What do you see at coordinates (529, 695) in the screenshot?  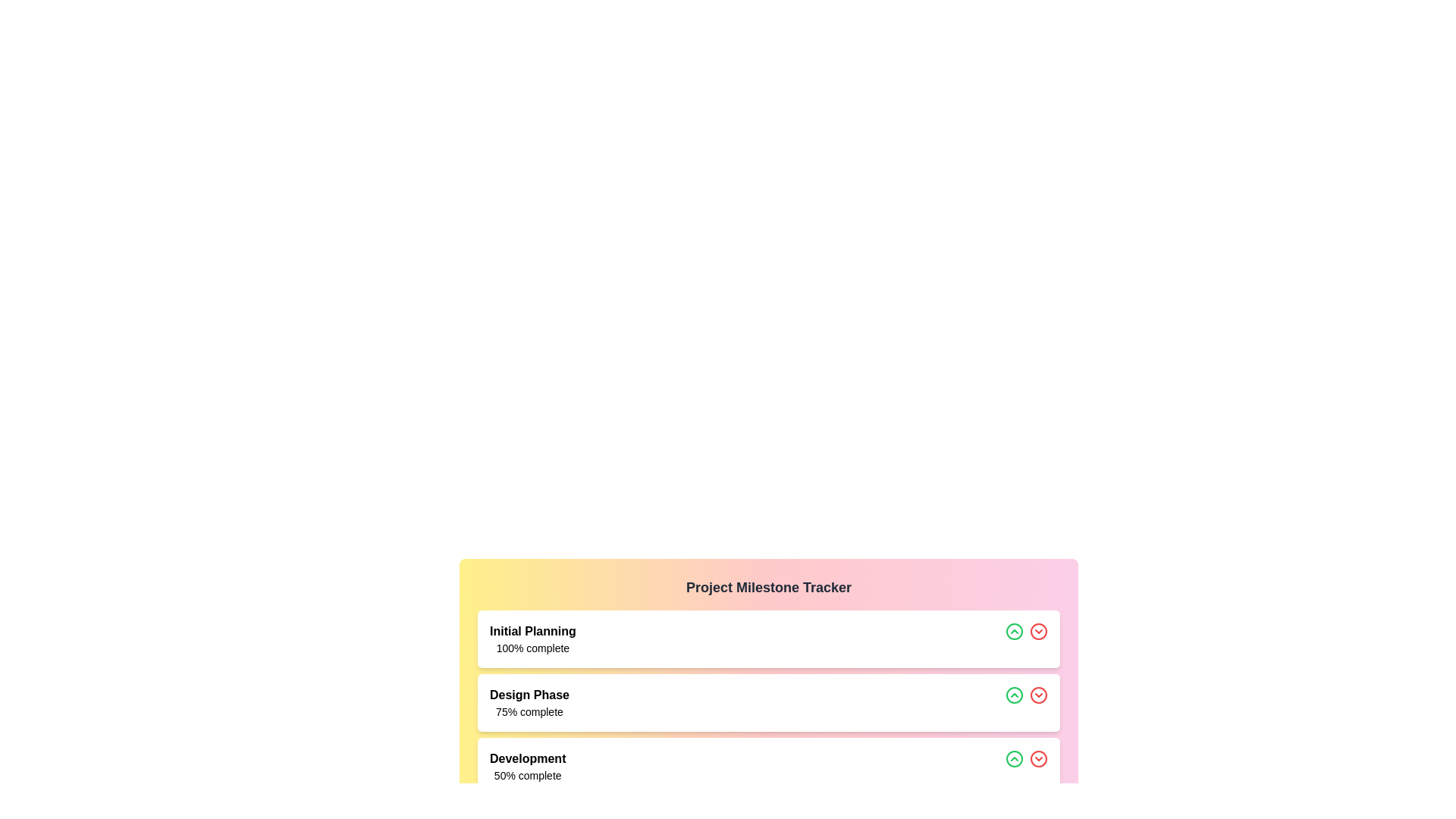 I see `the static text label displaying 'Design Phase', which is styled in bold black text and indicates the current phase of the project milestone tracker` at bounding box center [529, 695].